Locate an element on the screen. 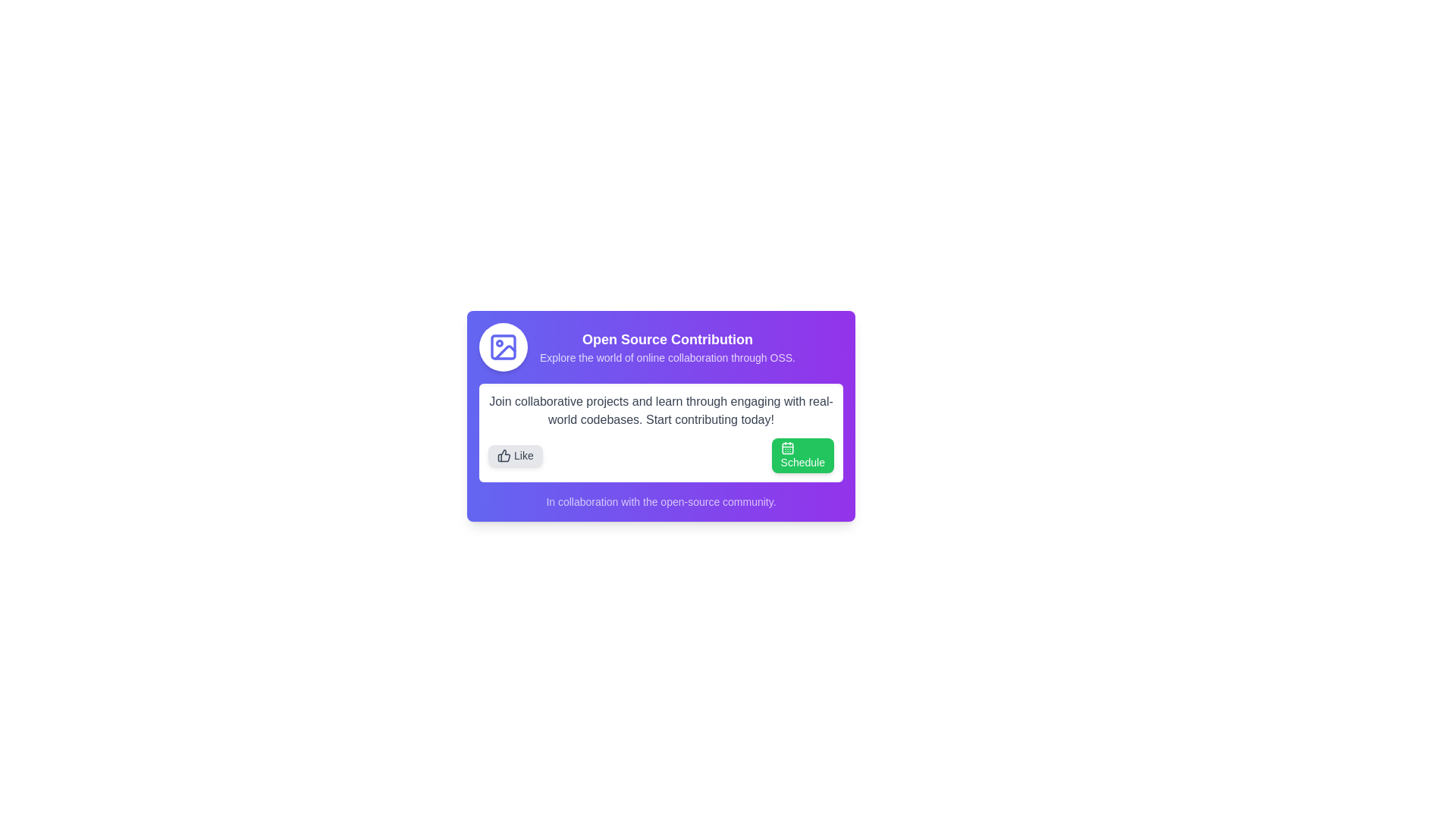 The height and width of the screenshot is (819, 1456). the like icon located to the left of the 'Like' label within the 'Open Source Contribution' section of the purple card interface is located at coordinates (504, 455).